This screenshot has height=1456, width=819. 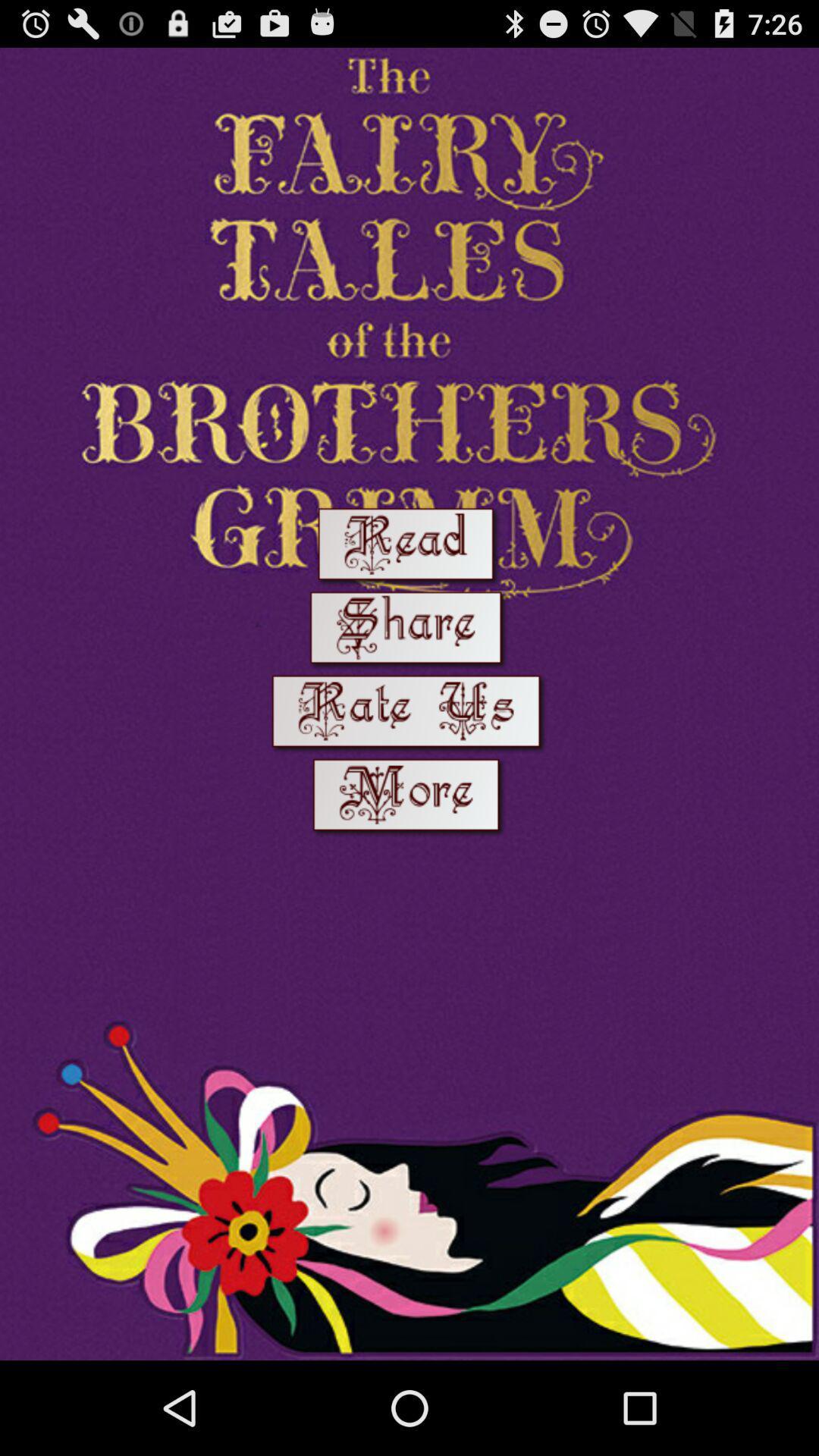 What do you see at coordinates (408, 631) in the screenshot?
I see `open the share menu` at bounding box center [408, 631].